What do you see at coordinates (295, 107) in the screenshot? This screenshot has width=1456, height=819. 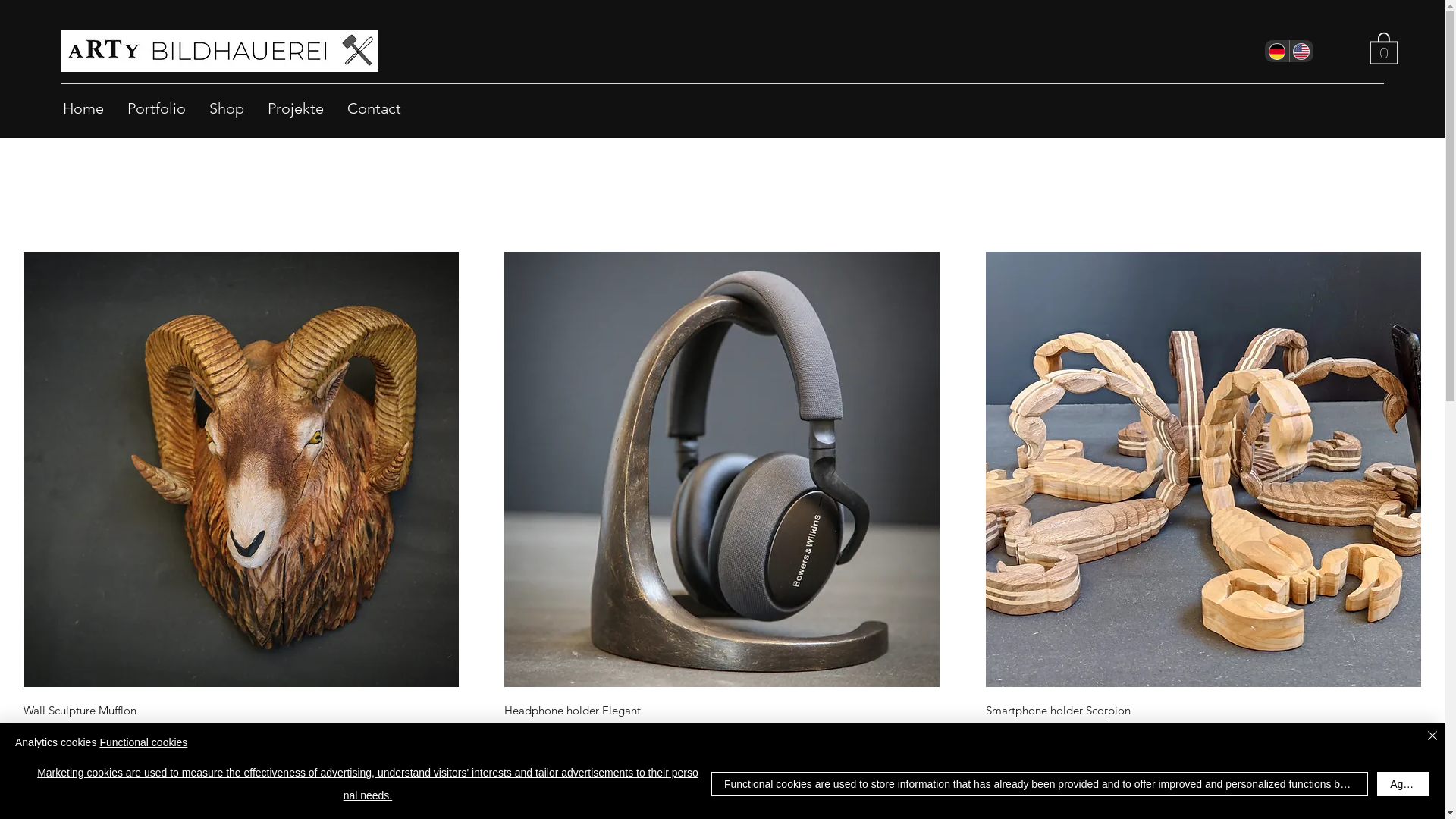 I see `'Projekte'` at bounding box center [295, 107].